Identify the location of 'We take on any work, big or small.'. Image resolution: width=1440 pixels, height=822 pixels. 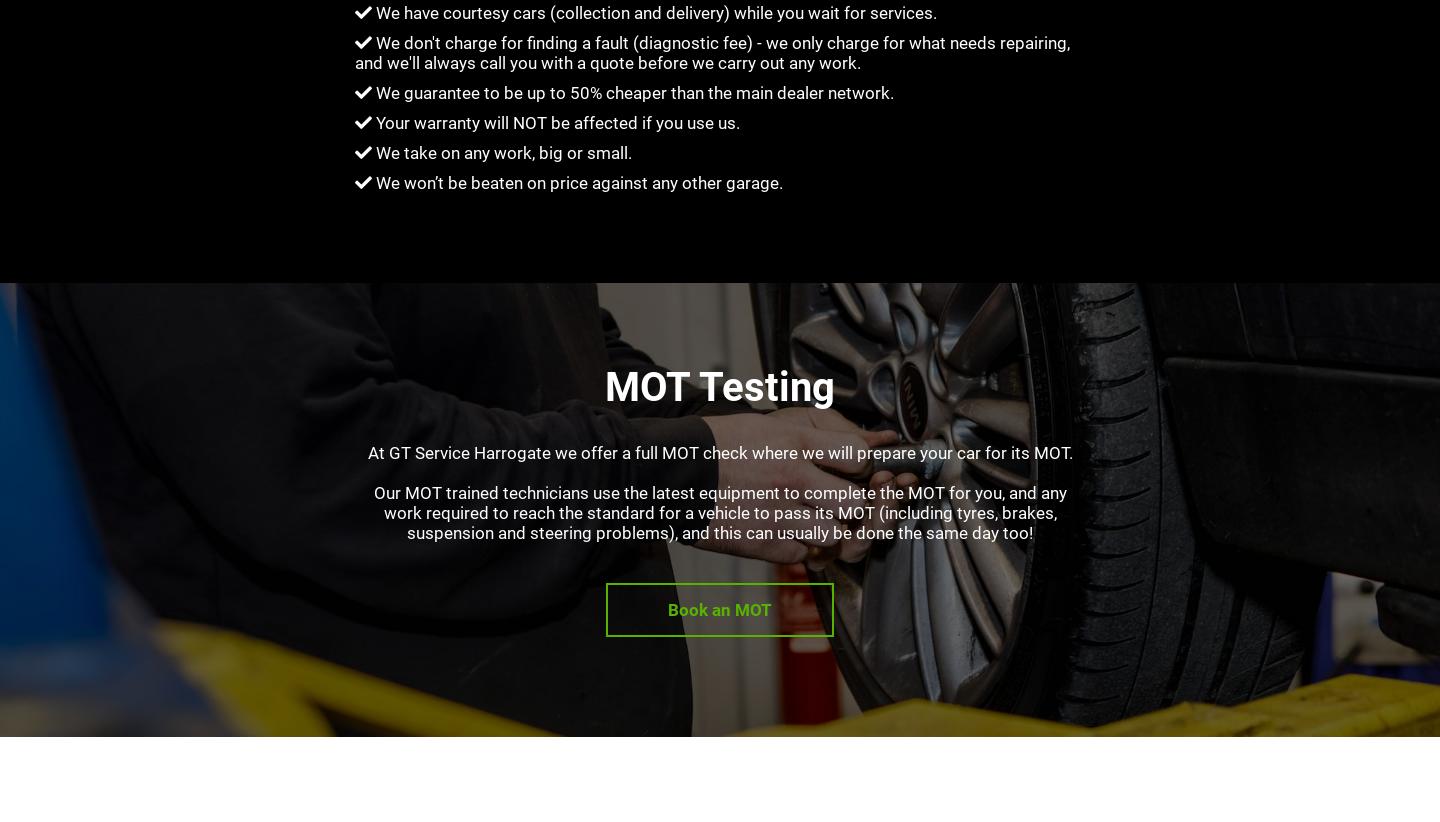
(500, 151).